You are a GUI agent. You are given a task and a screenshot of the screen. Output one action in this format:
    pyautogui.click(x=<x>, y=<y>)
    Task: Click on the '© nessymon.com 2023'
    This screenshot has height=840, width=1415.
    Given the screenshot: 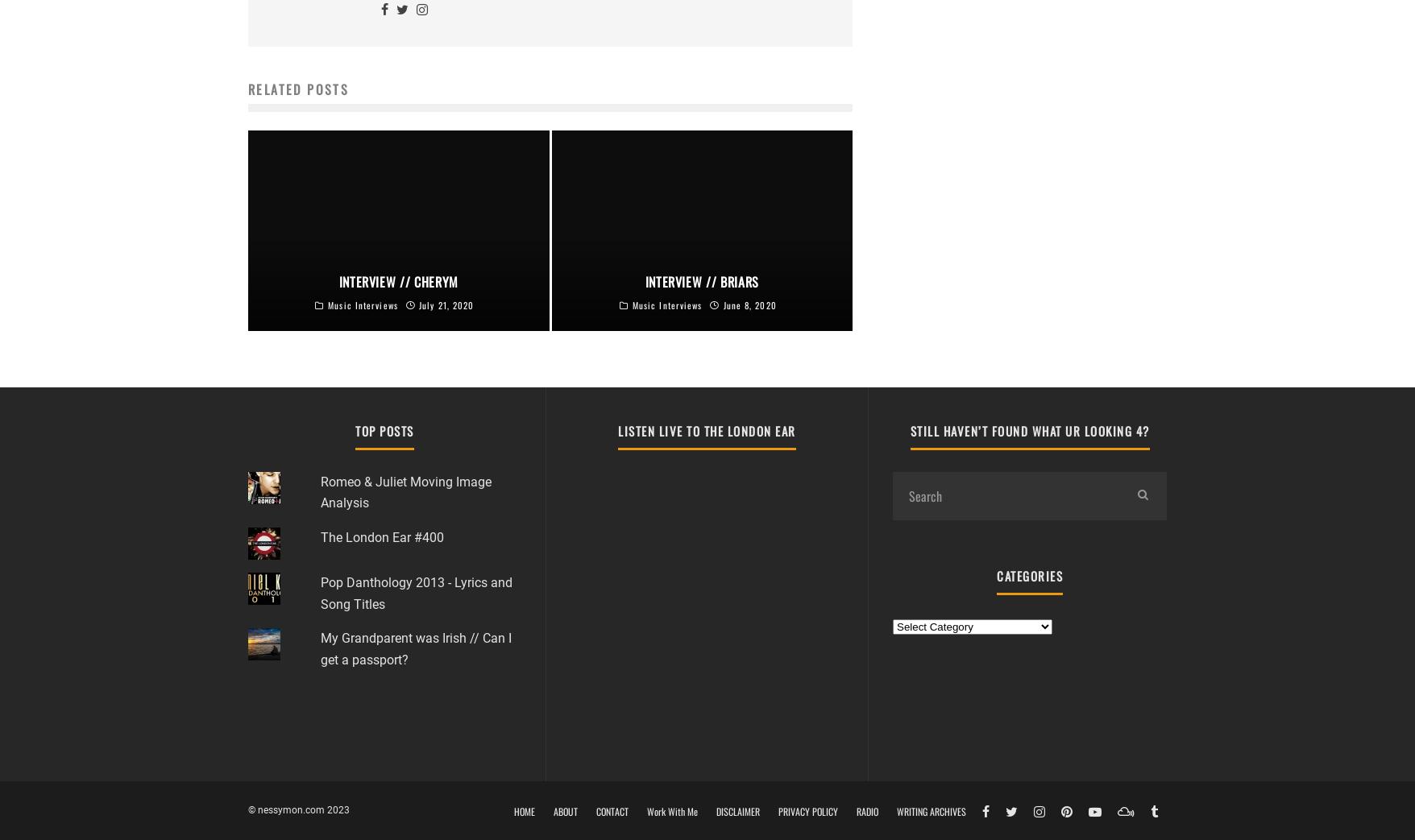 What is the action you would take?
    pyautogui.click(x=298, y=809)
    